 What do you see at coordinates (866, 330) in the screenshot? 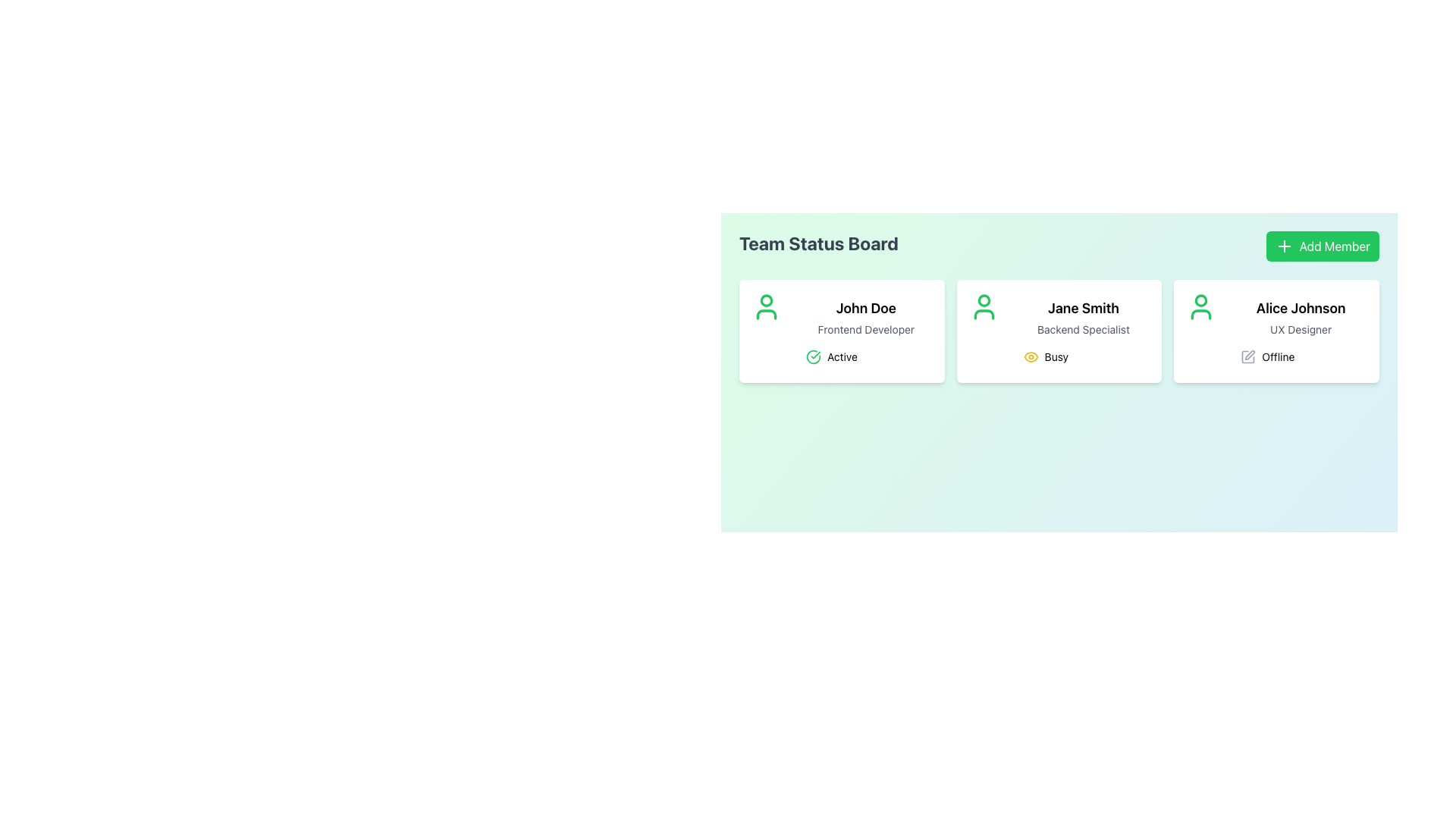
I see `information displayed on the Profile summary card, which is the first card in the Team Status Board, providing details about a team member's name, role, and current status` at bounding box center [866, 330].